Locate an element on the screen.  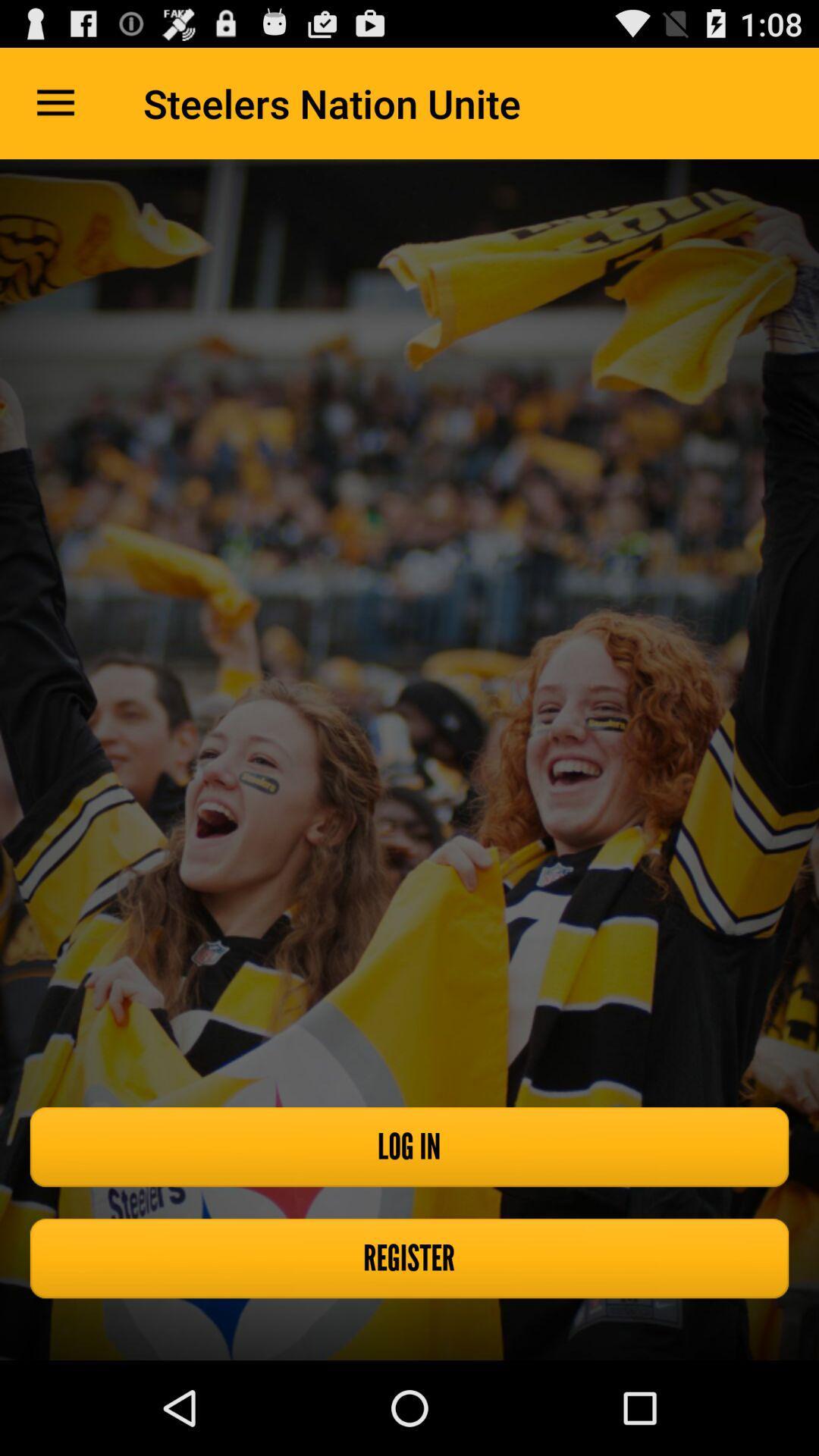
the app next to the steelers nation unite item is located at coordinates (55, 102).